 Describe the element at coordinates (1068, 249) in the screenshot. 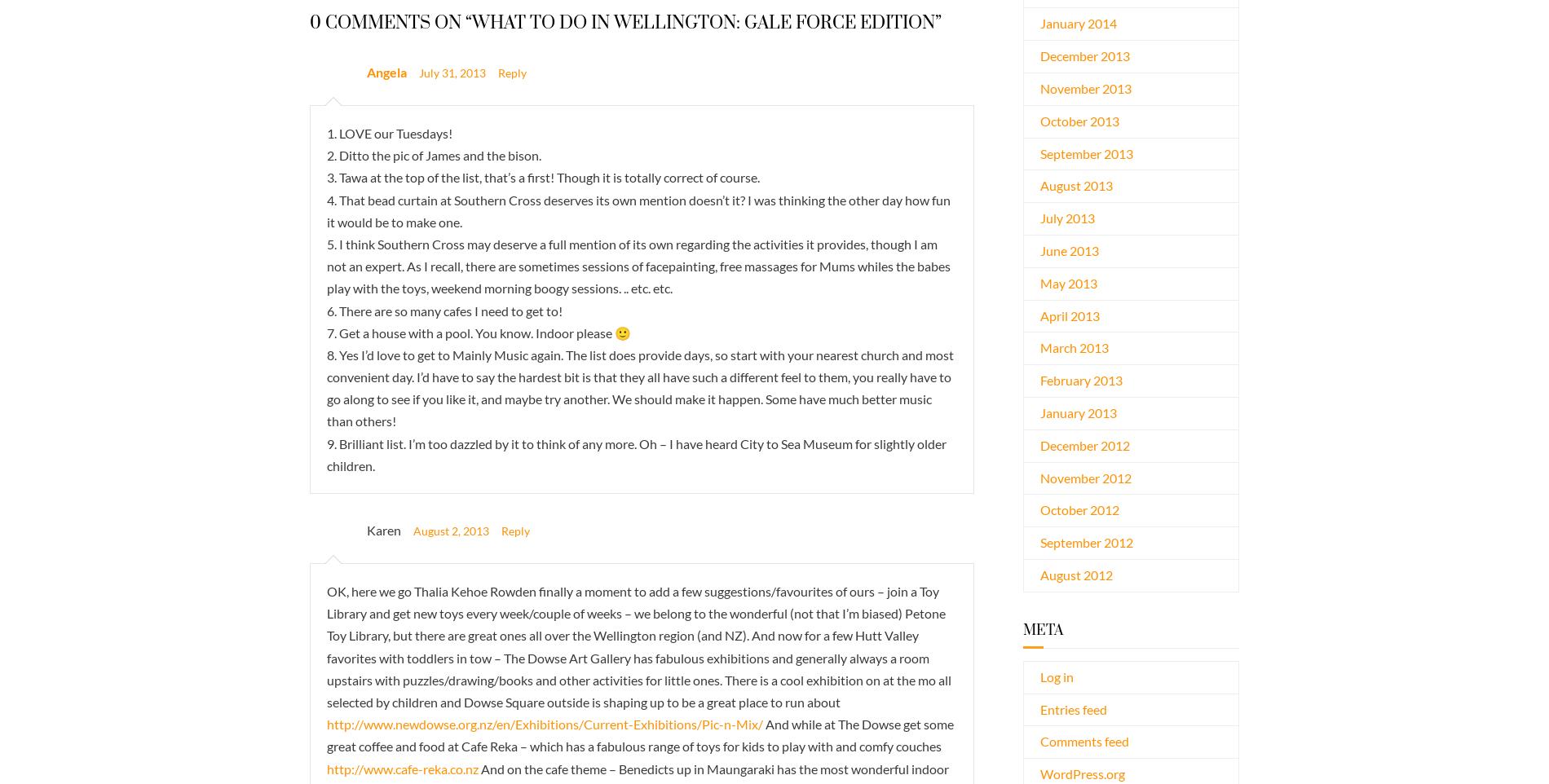

I see `'June 2013'` at that location.